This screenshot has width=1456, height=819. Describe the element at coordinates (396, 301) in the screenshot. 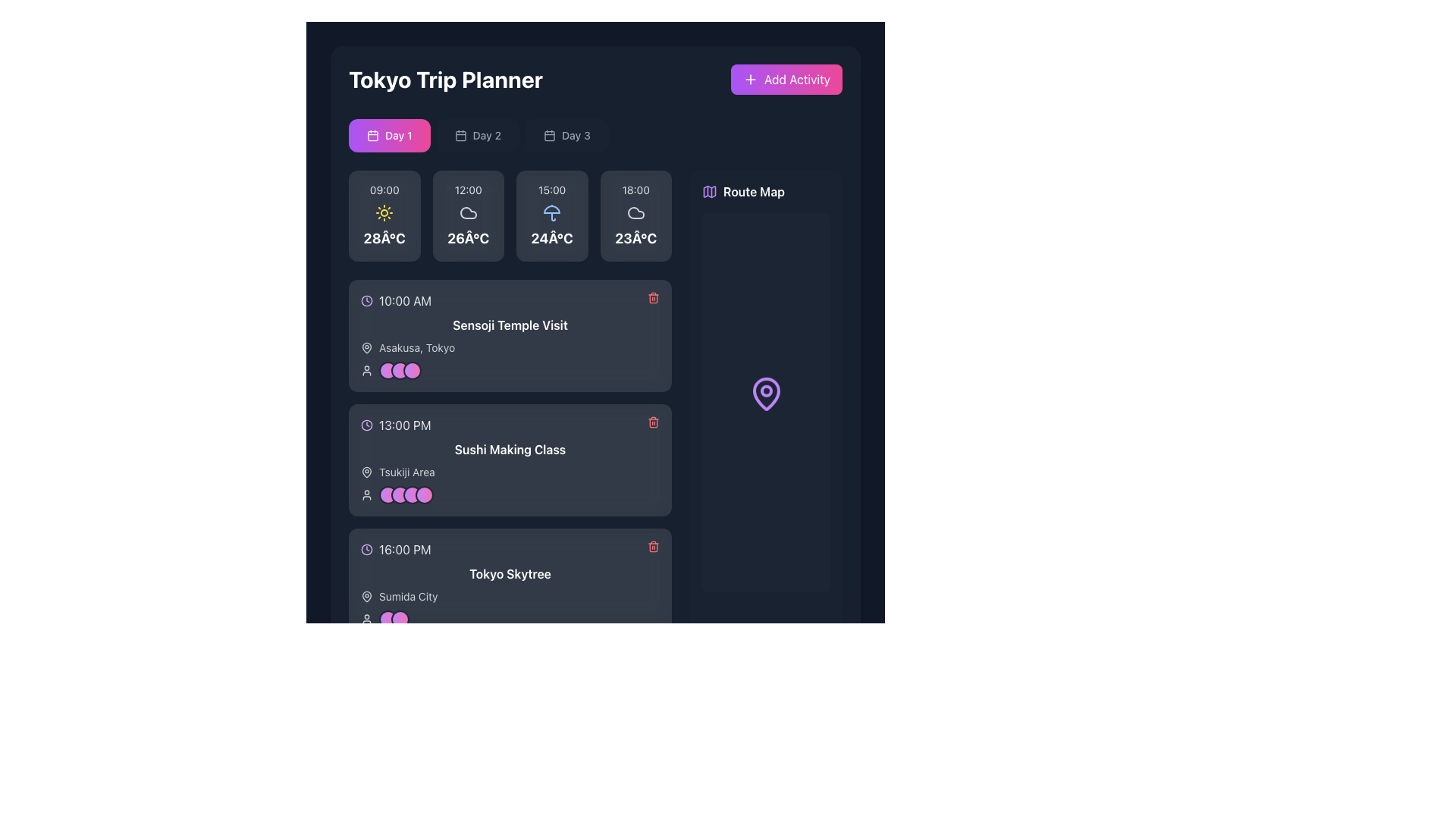

I see `the time displayed in the Time Display Component representing '10:00 AM'` at that location.